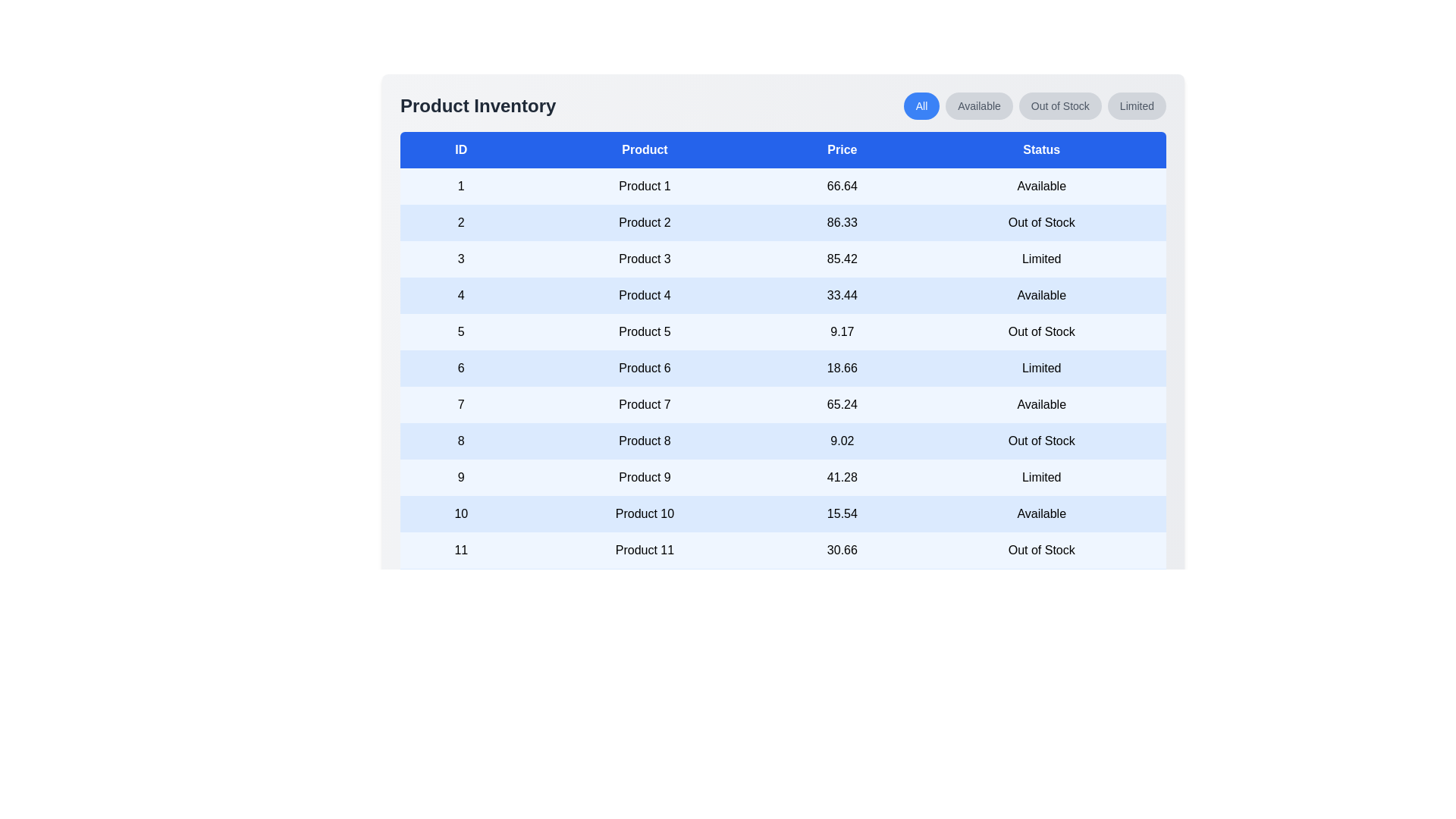  What do you see at coordinates (979, 105) in the screenshot?
I see `the filter button labeled 'Available' to filter the table` at bounding box center [979, 105].